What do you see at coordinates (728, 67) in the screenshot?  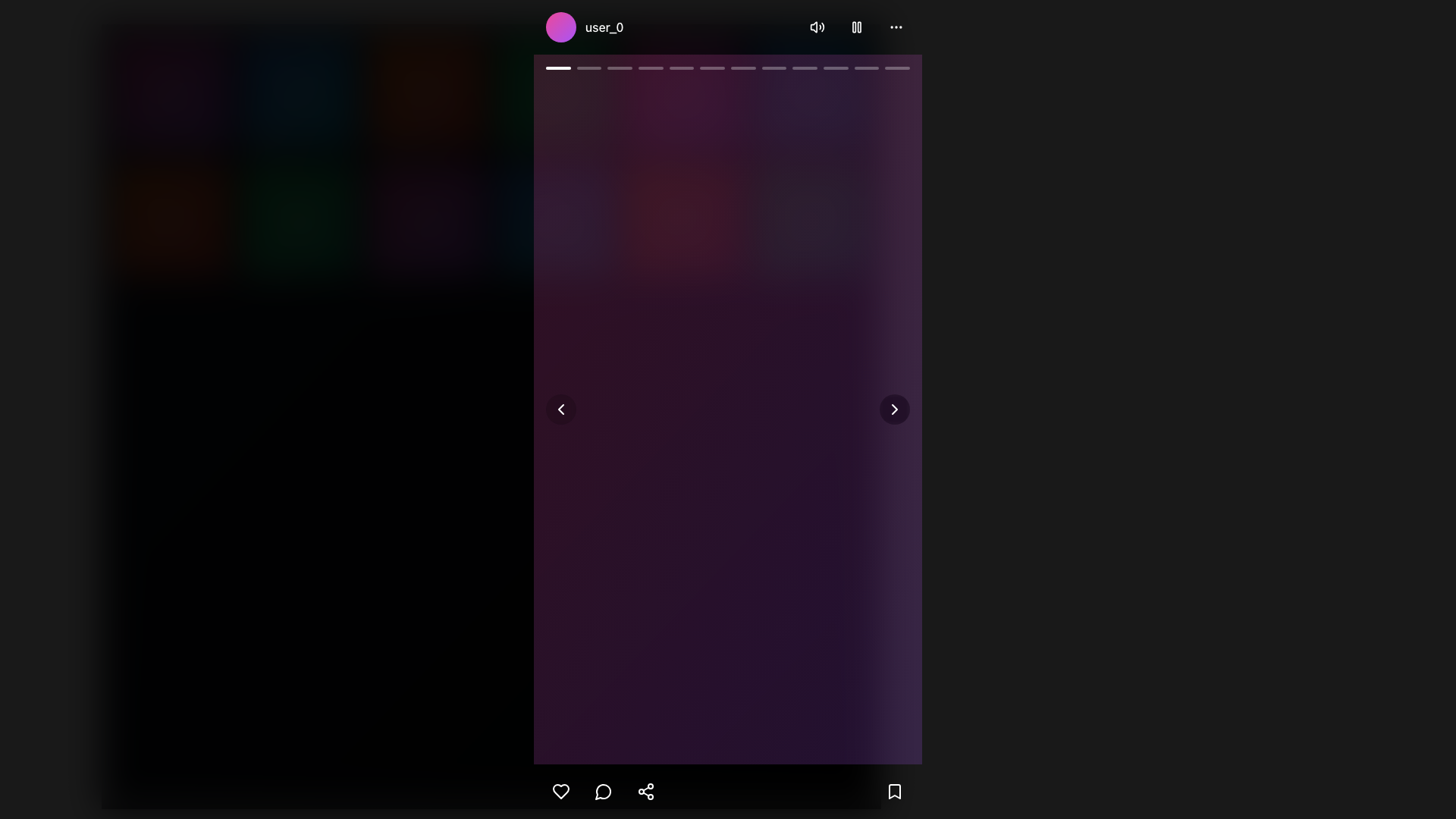 I see `the Progress indicator bar located at the top center of the interface, which consists of multiple short segments styled as narrow, rounded rectangles with alternating colors to indicate progression` at bounding box center [728, 67].